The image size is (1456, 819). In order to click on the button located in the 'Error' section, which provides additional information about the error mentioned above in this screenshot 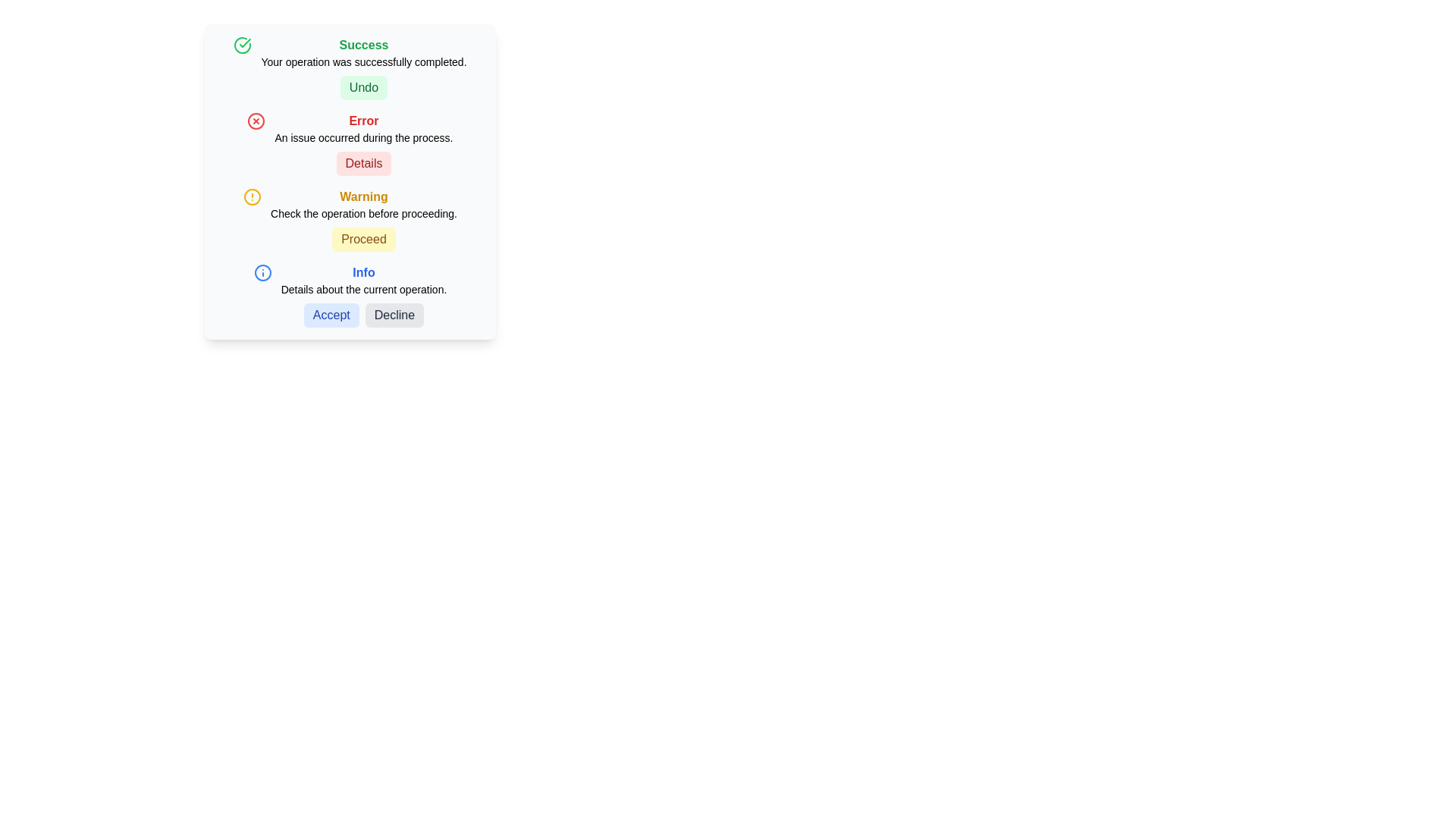, I will do `click(364, 164)`.